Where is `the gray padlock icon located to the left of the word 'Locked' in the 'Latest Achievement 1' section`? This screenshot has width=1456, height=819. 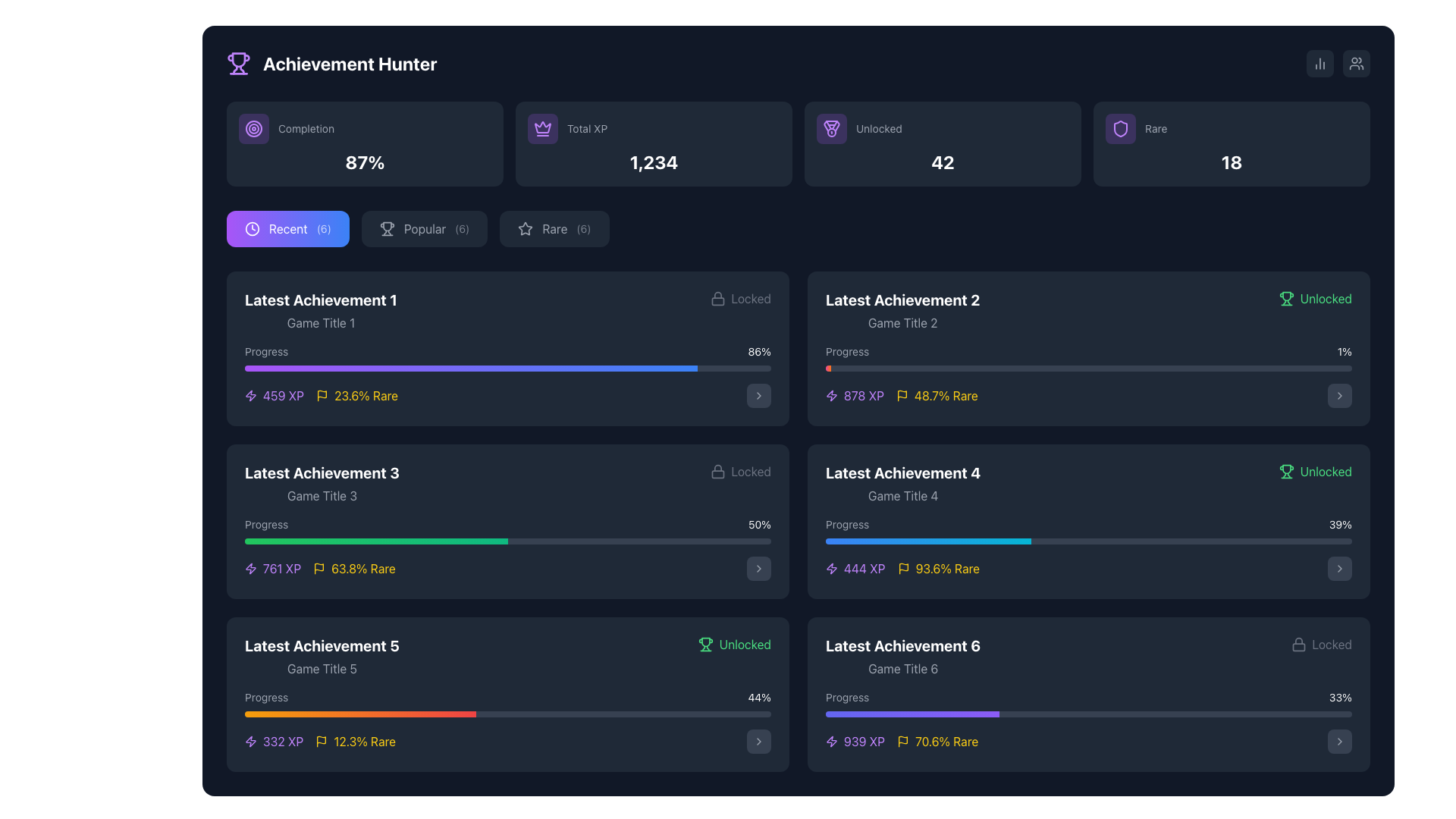
the gray padlock icon located to the left of the word 'Locked' in the 'Latest Achievement 1' section is located at coordinates (717, 470).